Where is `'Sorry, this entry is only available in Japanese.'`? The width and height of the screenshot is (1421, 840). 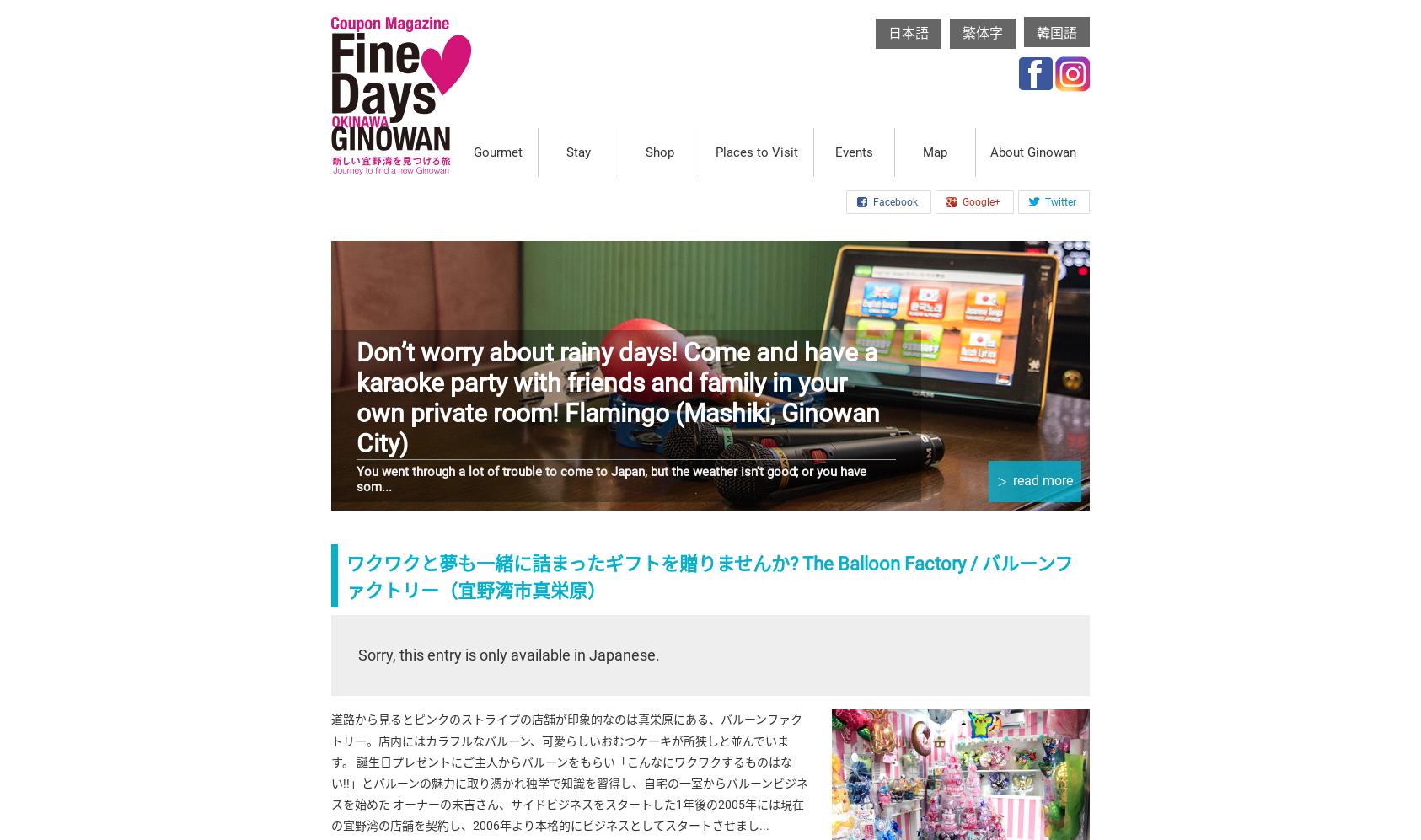
'Sorry, this entry is only available in Japanese.' is located at coordinates (507, 654).